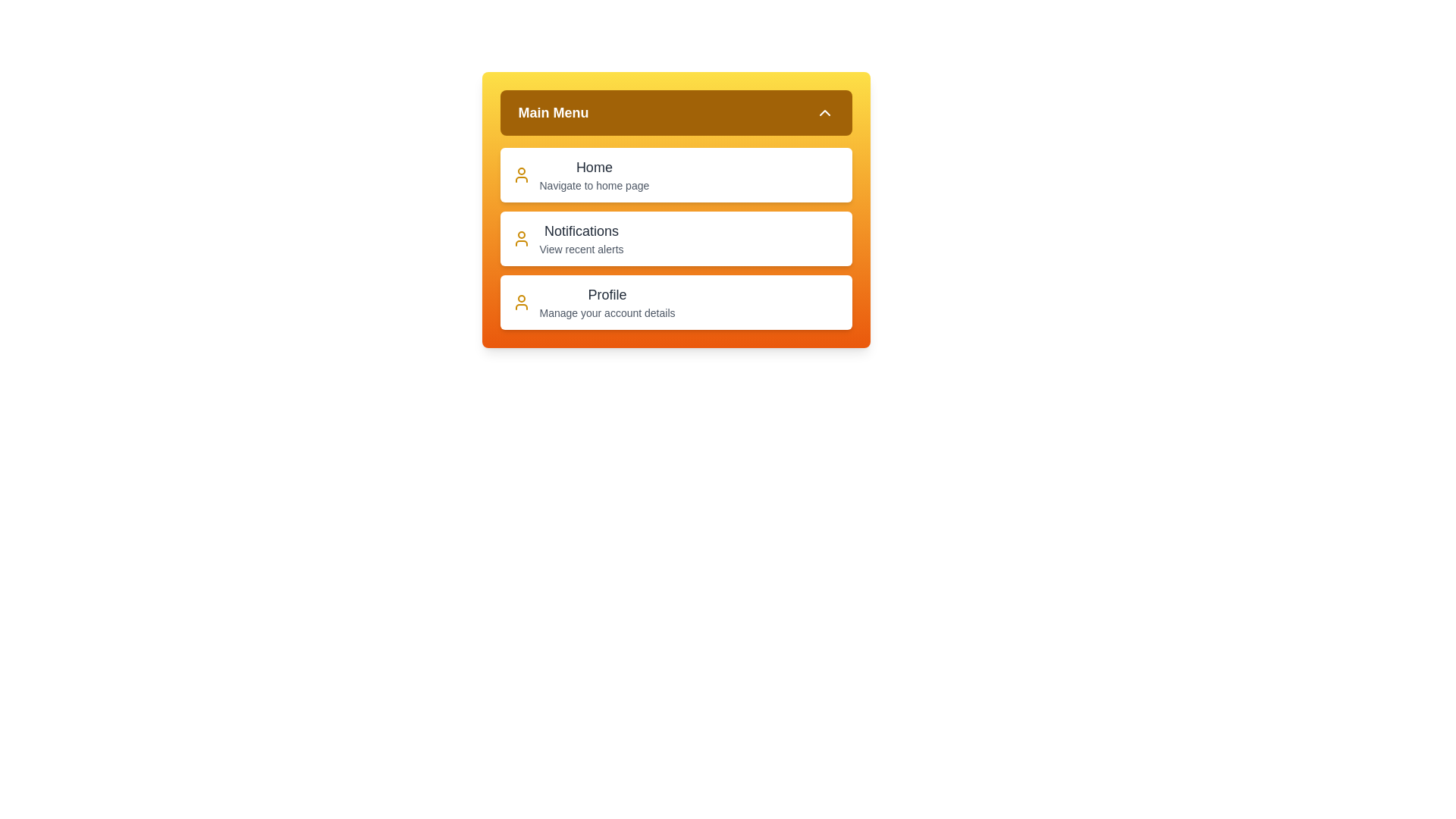  Describe the element at coordinates (675, 174) in the screenshot. I see `the menu item Home to view its hover effect` at that location.